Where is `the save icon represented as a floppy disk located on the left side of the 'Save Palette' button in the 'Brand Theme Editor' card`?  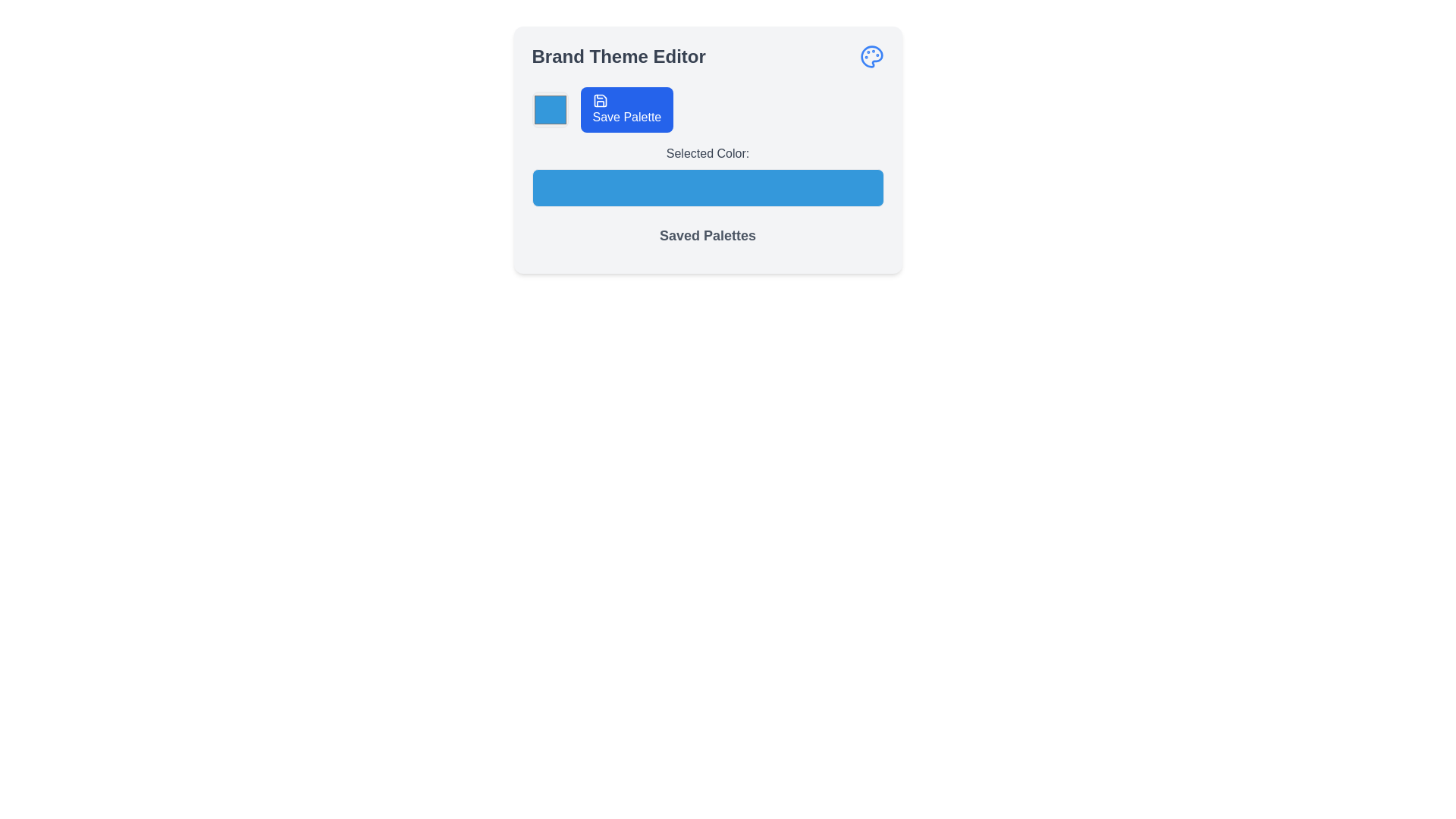 the save icon represented as a floppy disk located on the left side of the 'Save Palette' button in the 'Brand Theme Editor' card is located at coordinates (599, 100).